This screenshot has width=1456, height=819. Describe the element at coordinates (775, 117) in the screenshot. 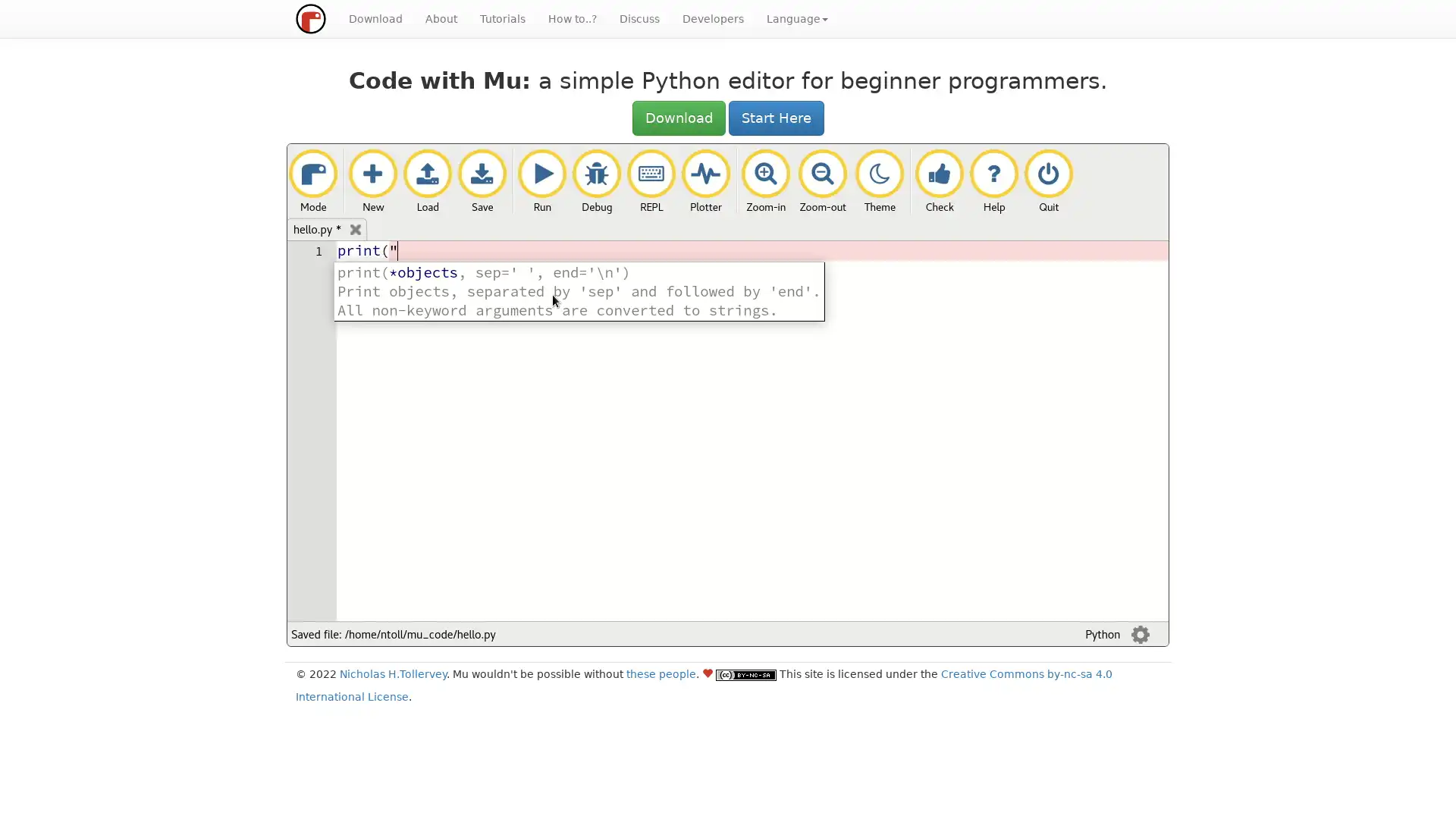

I see `Start Here` at that location.